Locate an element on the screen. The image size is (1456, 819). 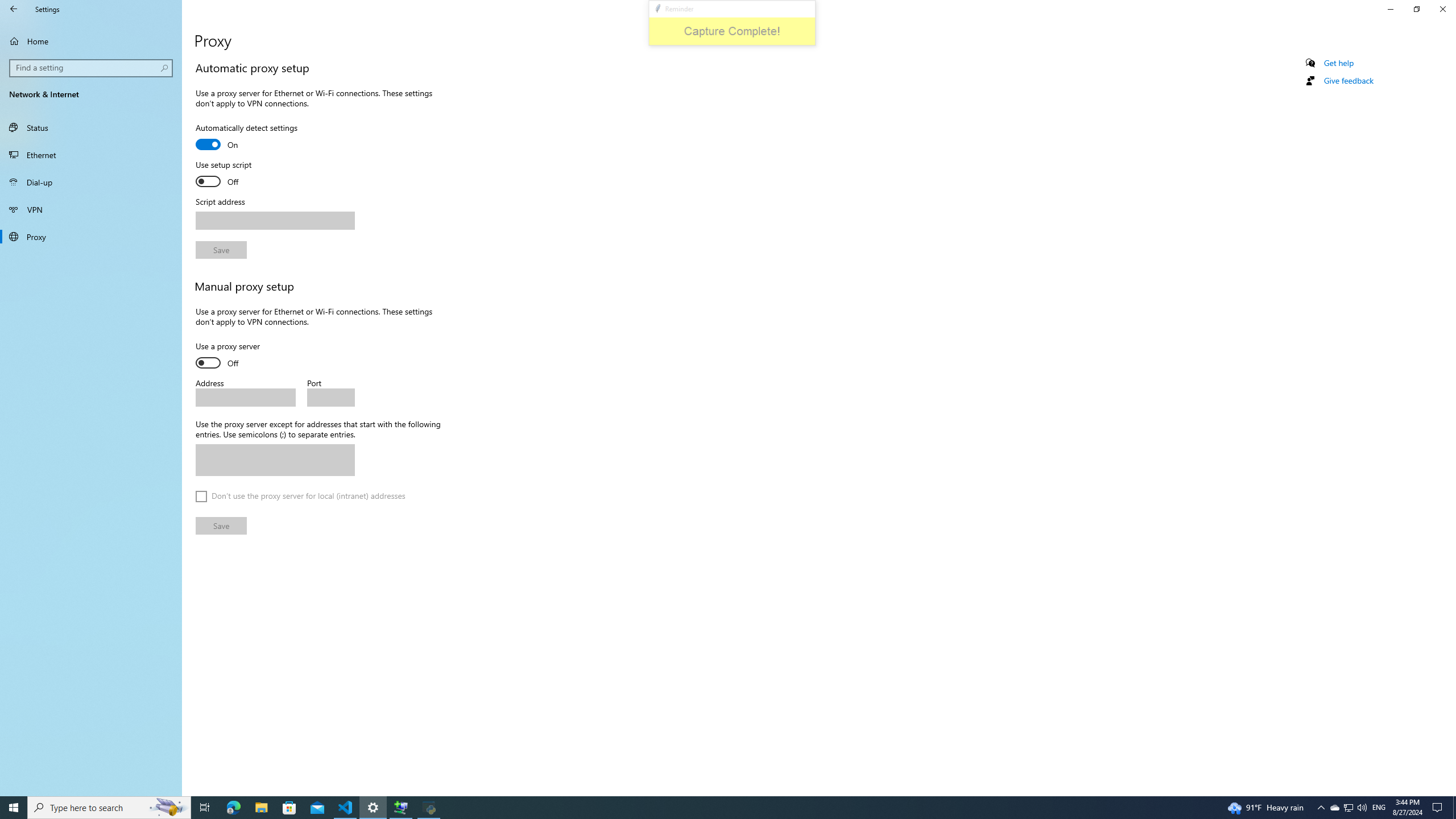
'Script address' is located at coordinates (274, 220).